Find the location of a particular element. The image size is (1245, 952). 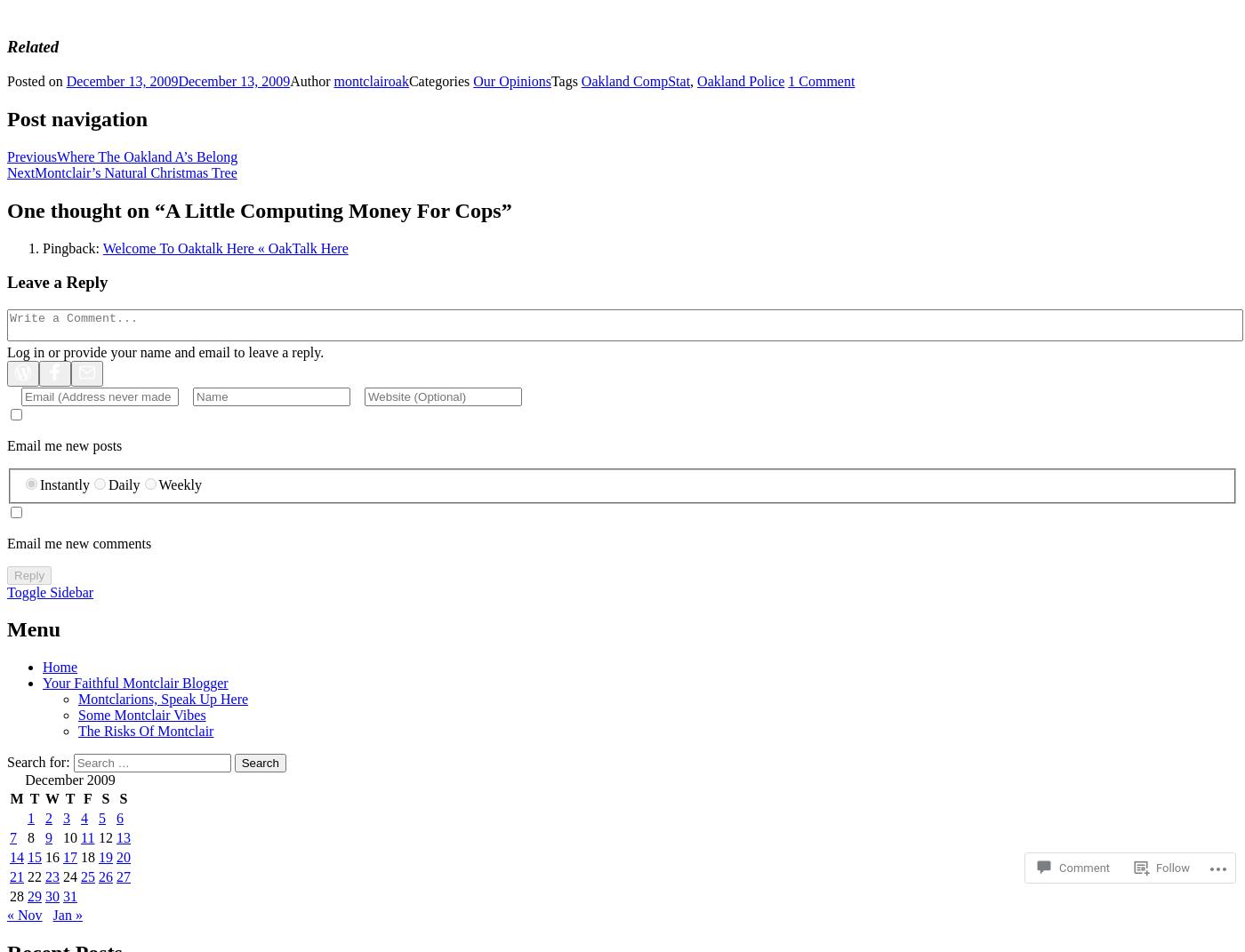

'25' is located at coordinates (87, 876).